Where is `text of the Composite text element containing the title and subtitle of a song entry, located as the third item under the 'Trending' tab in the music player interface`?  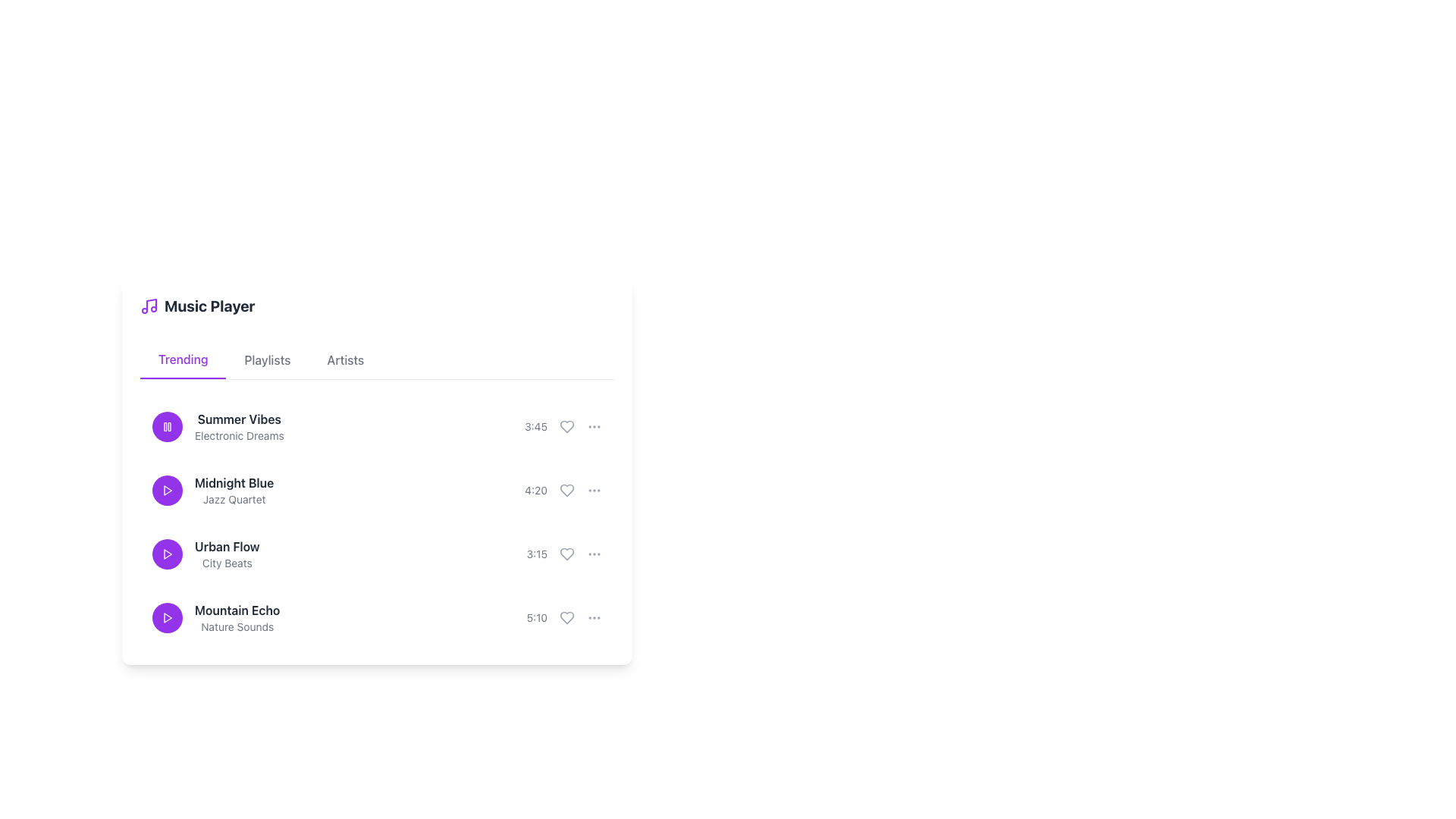
text of the Composite text element containing the title and subtitle of a song entry, located as the third item under the 'Trending' tab in the music player interface is located at coordinates (226, 554).